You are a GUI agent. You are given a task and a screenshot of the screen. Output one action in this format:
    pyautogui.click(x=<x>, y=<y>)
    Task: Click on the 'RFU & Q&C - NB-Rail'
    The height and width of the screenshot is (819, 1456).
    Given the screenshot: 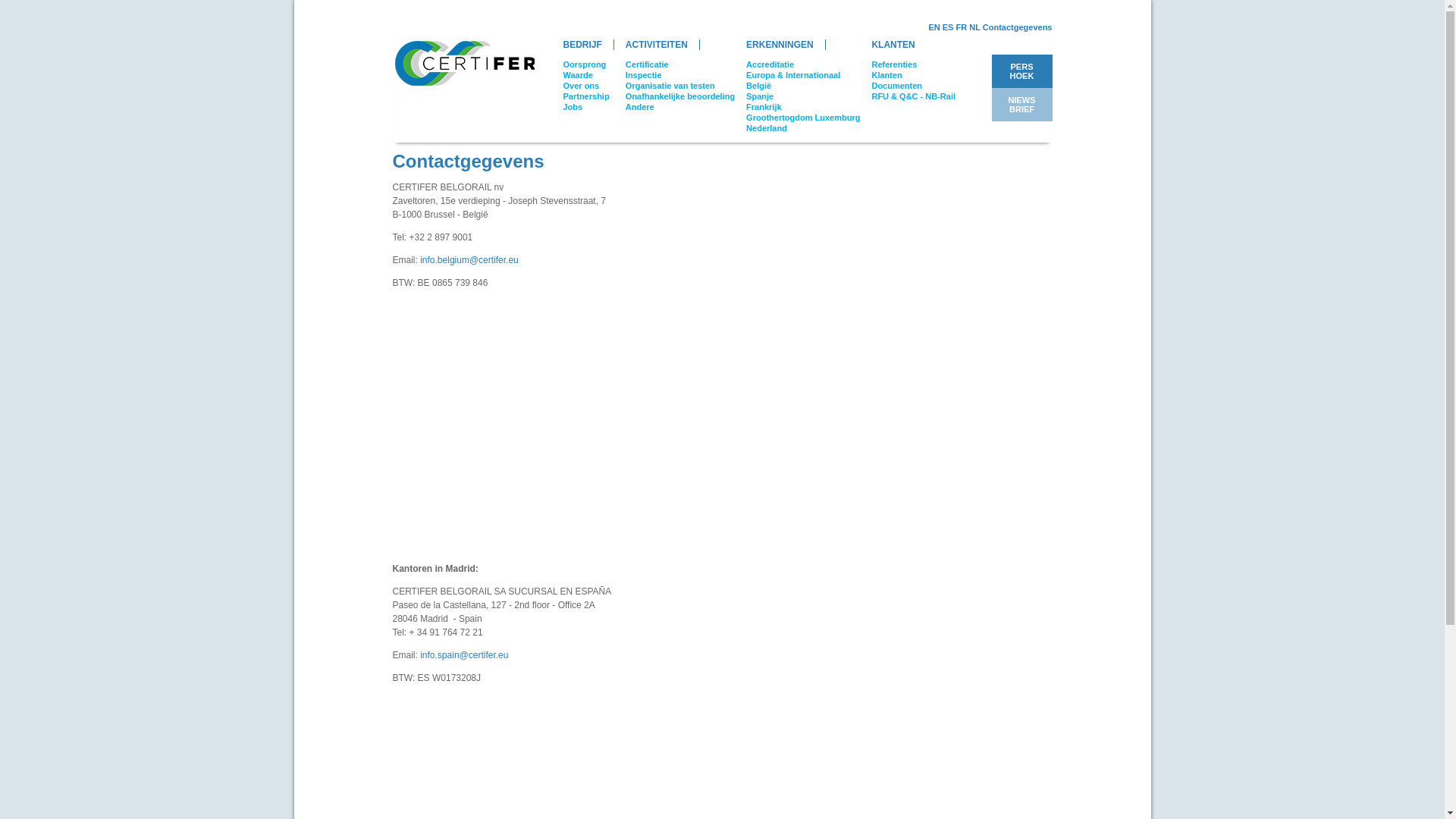 What is the action you would take?
    pyautogui.click(x=871, y=96)
    